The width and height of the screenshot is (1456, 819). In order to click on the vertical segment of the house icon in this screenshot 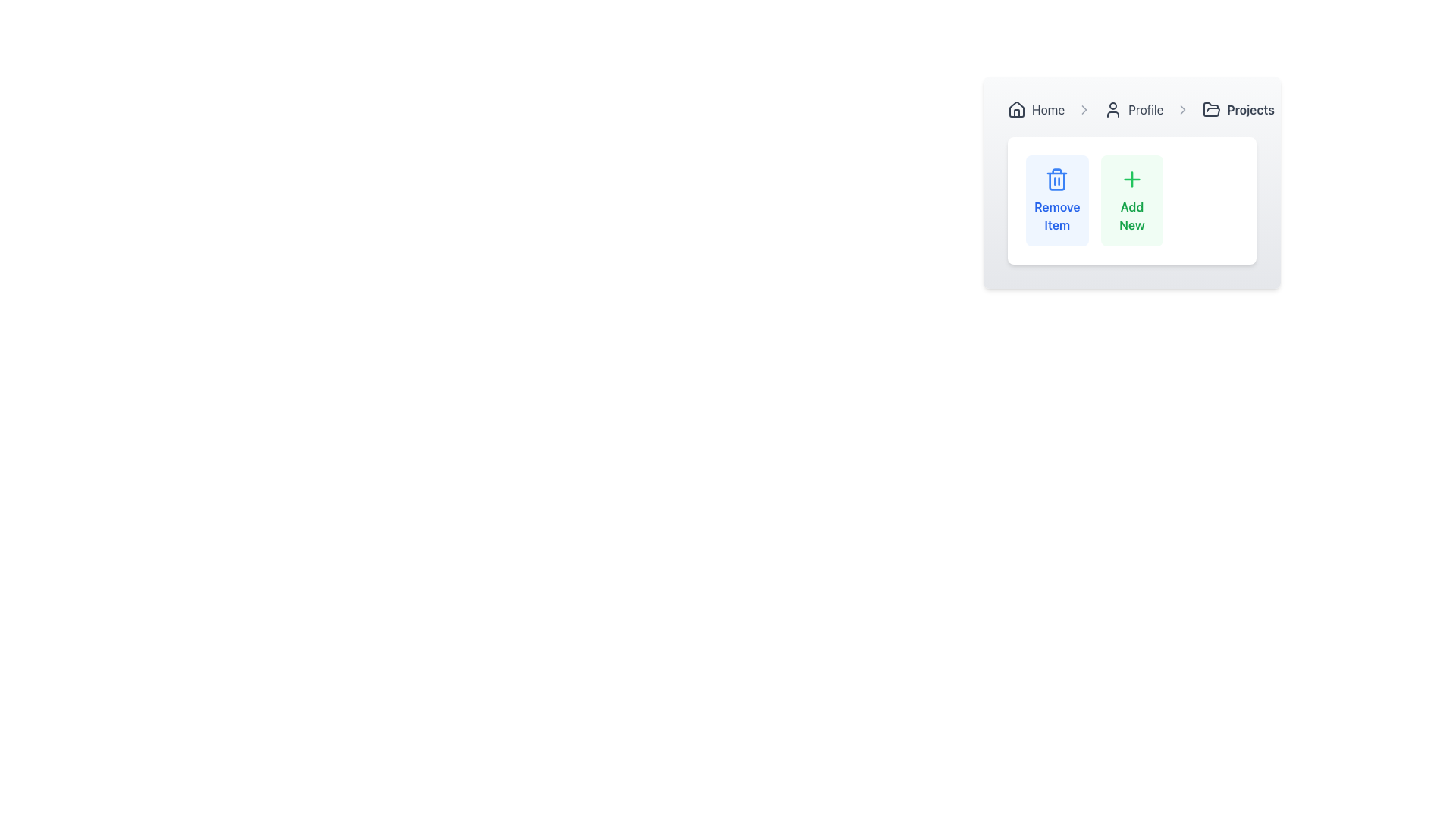, I will do `click(1016, 112)`.